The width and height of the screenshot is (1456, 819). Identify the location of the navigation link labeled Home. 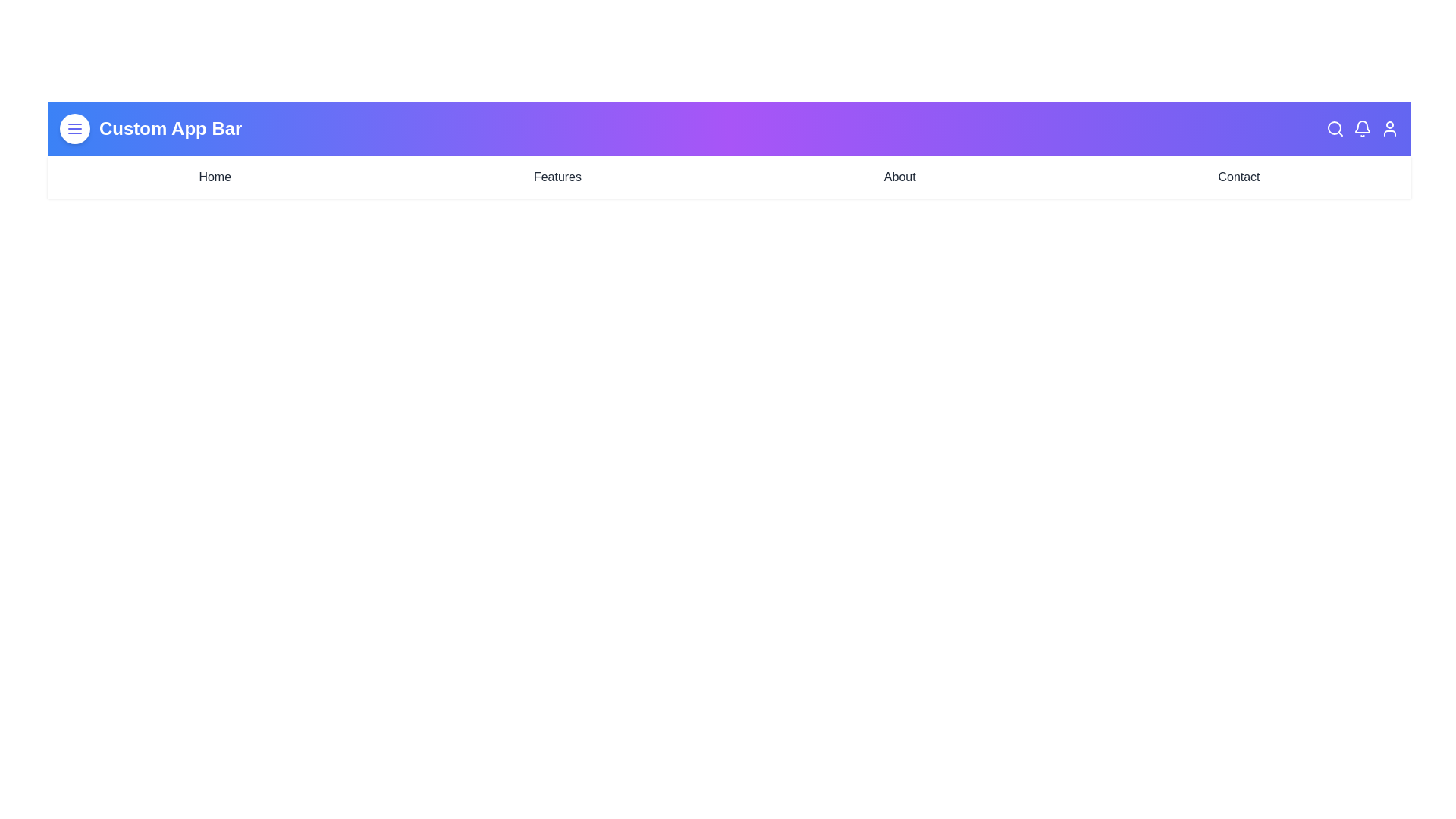
(214, 177).